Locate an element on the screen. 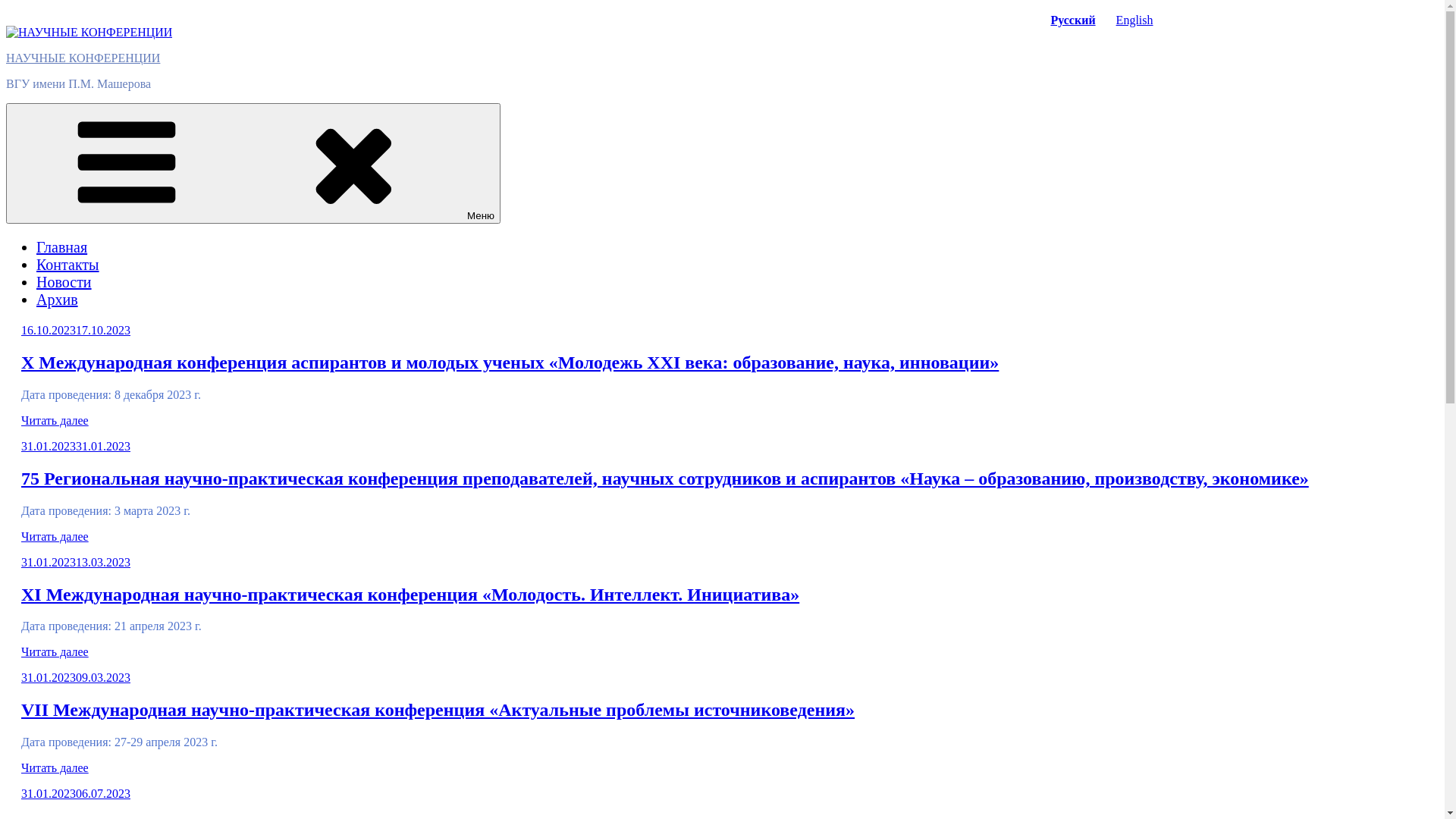 The image size is (1456, 819). 'English' is located at coordinates (1134, 20).